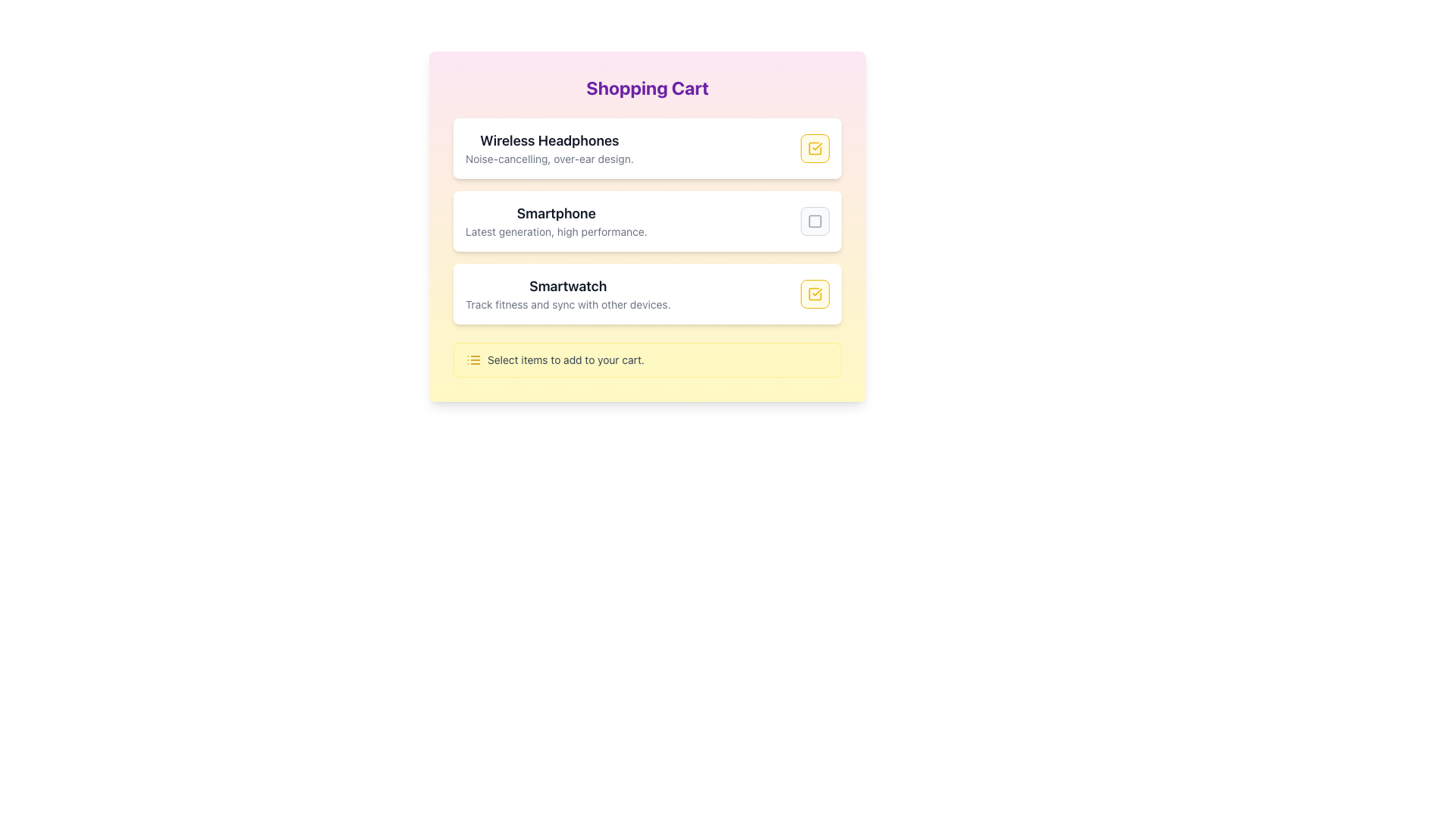  I want to click on the yellow notification box containing the message 'Select items to add to your cart.' located at the bottom of the 'Shopping Cart' section, so click(648, 359).